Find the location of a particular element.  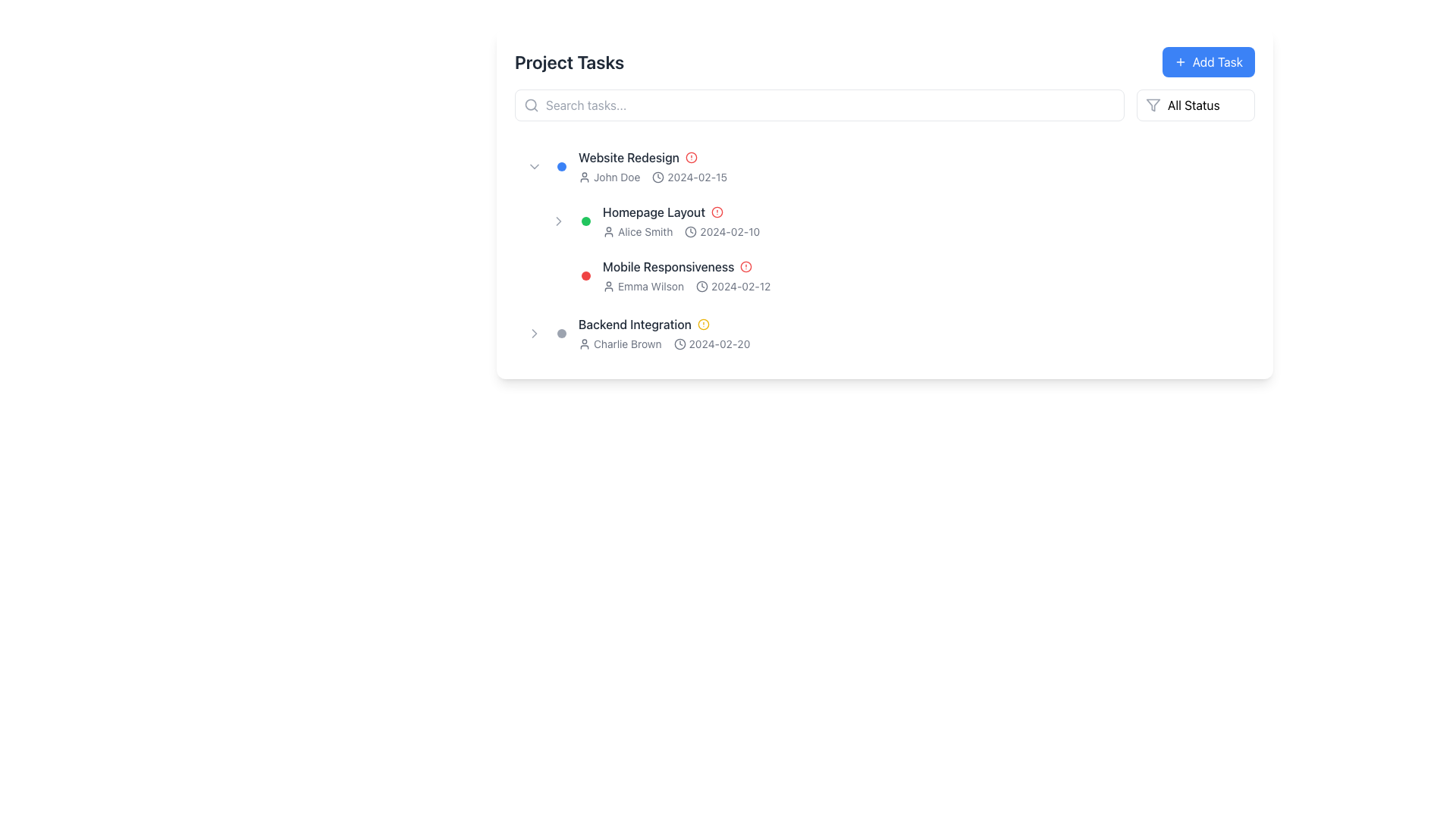

the due date label with an icon for the task 'Mobile Responsiveness' associated with 'Emma Wilson' in the task list interface is located at coordinates (733, 287).